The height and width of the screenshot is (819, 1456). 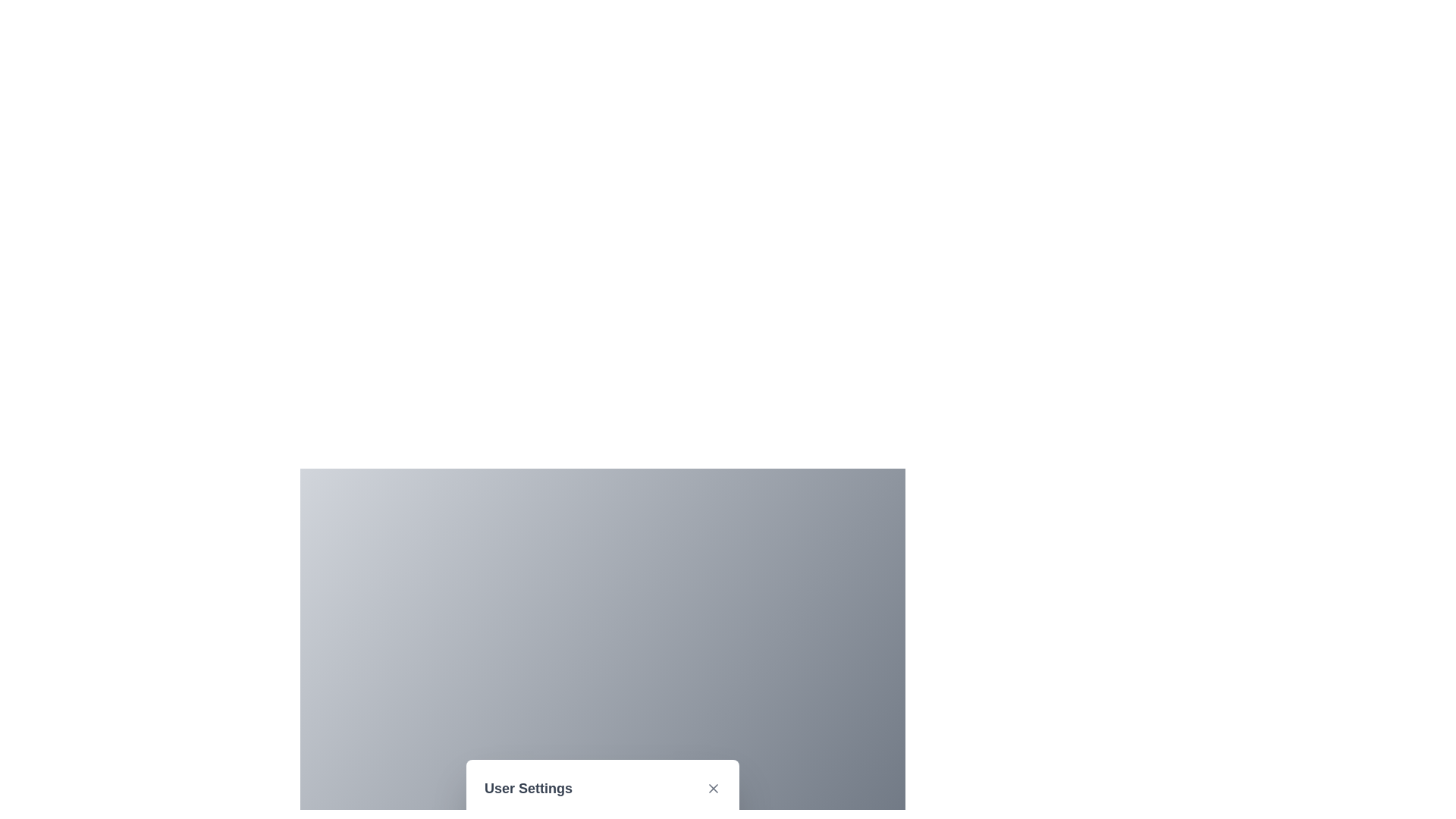 I want to click on the 'X' icon element used for closing or dismissing dialog boxes in the 'User Settings' dialog, which is represented by a diagonal line in the SVG icon, so click(x=712, y=788).